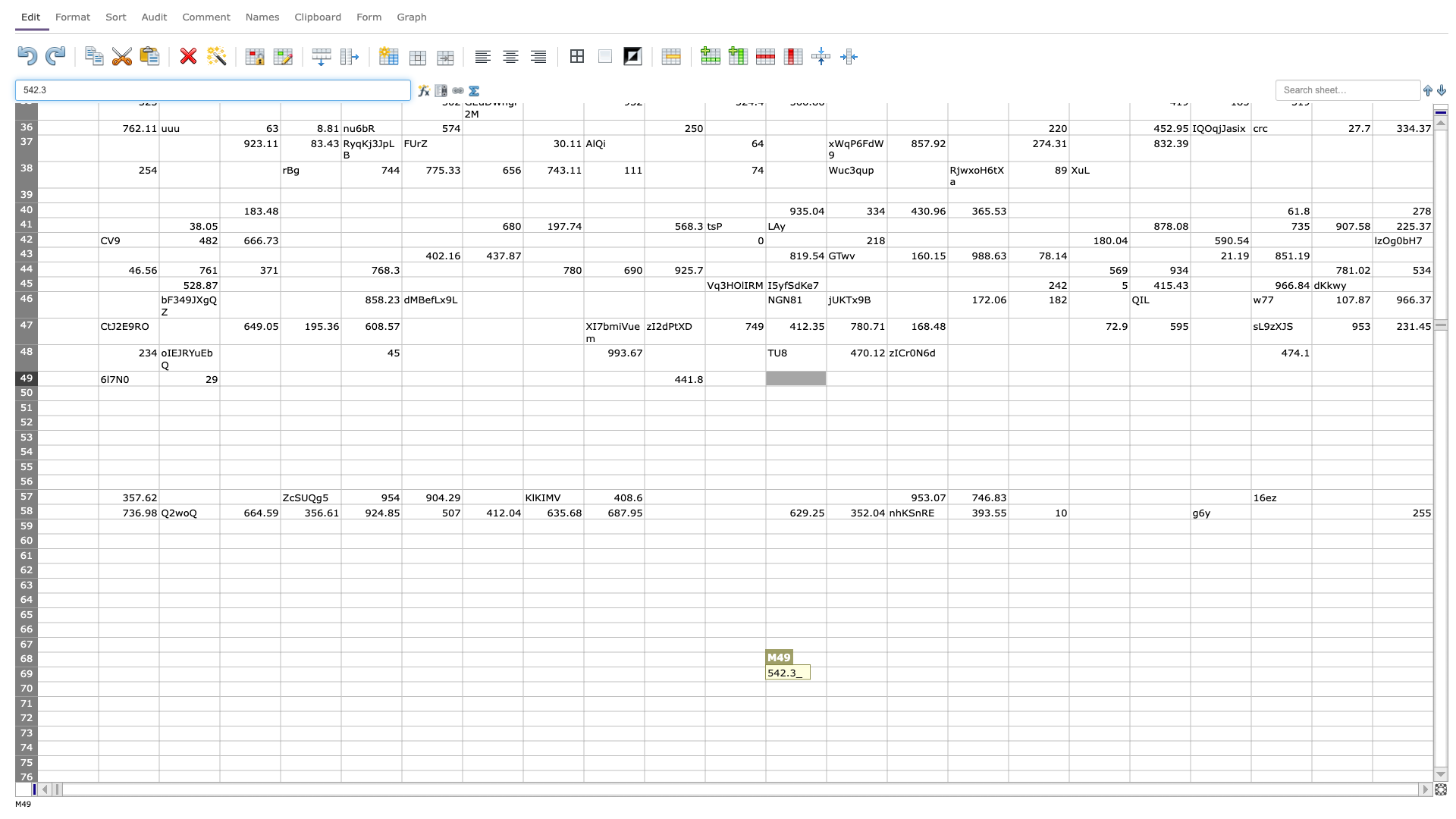 This screenshot has height=819, width=1456. Describe the element at coordinates (887, 680) in the screenshot. I see `bottom right corner of cell N69` at that location.